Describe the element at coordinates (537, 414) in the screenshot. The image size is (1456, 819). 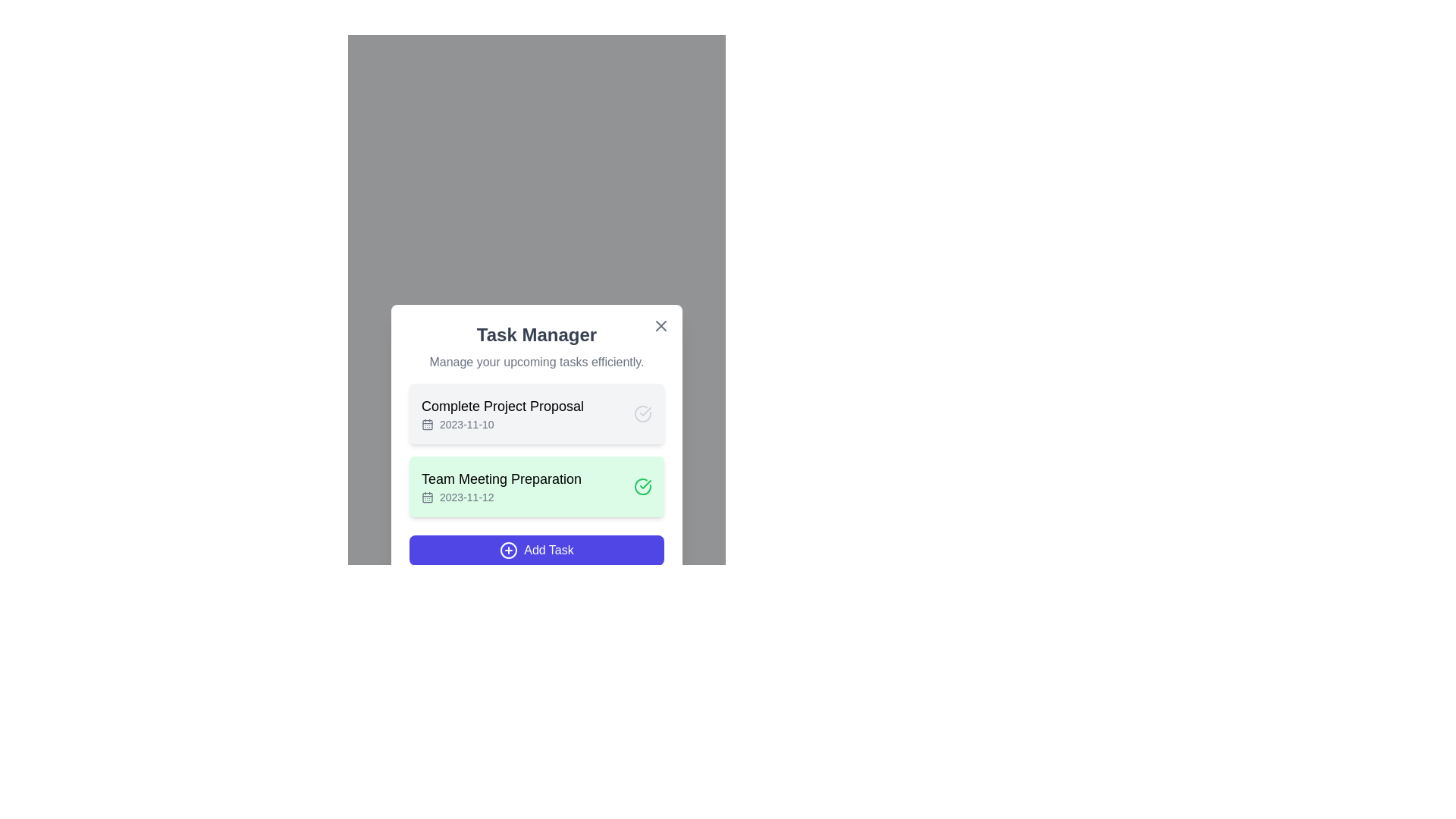
I see `task title 'Complete Project Proposal' and the date '2023-11-10' from the first Task card element in the modal window` at that location.